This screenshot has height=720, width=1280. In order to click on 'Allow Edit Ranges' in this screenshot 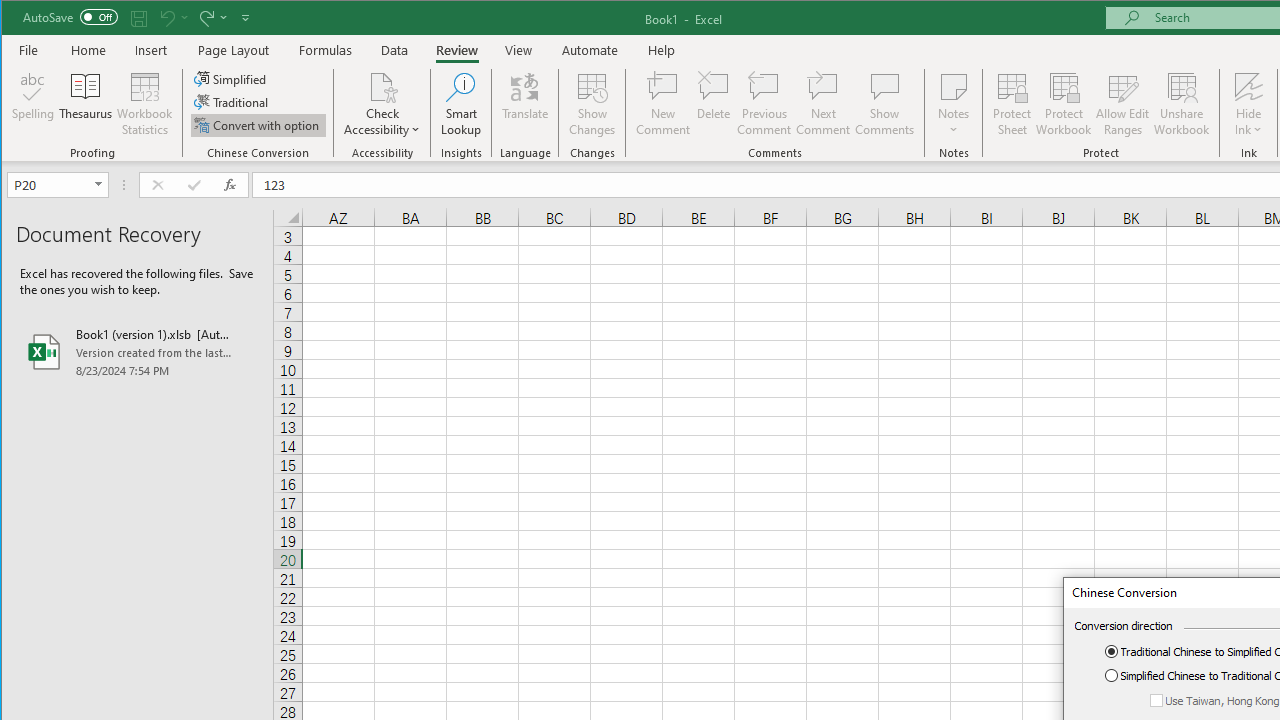, I will do `click(1123, 104)`.